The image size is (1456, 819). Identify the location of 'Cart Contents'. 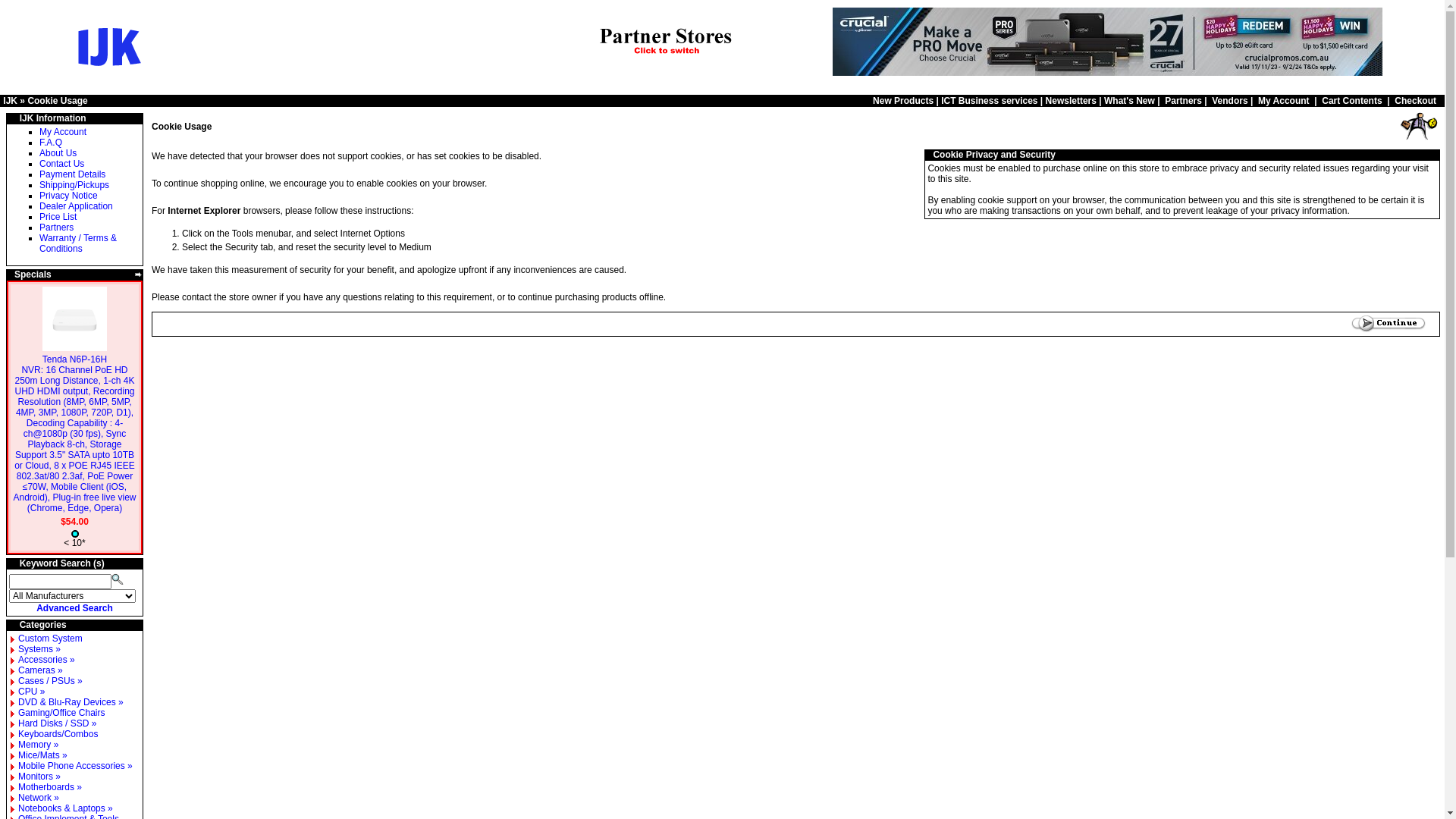
(1351, 100).